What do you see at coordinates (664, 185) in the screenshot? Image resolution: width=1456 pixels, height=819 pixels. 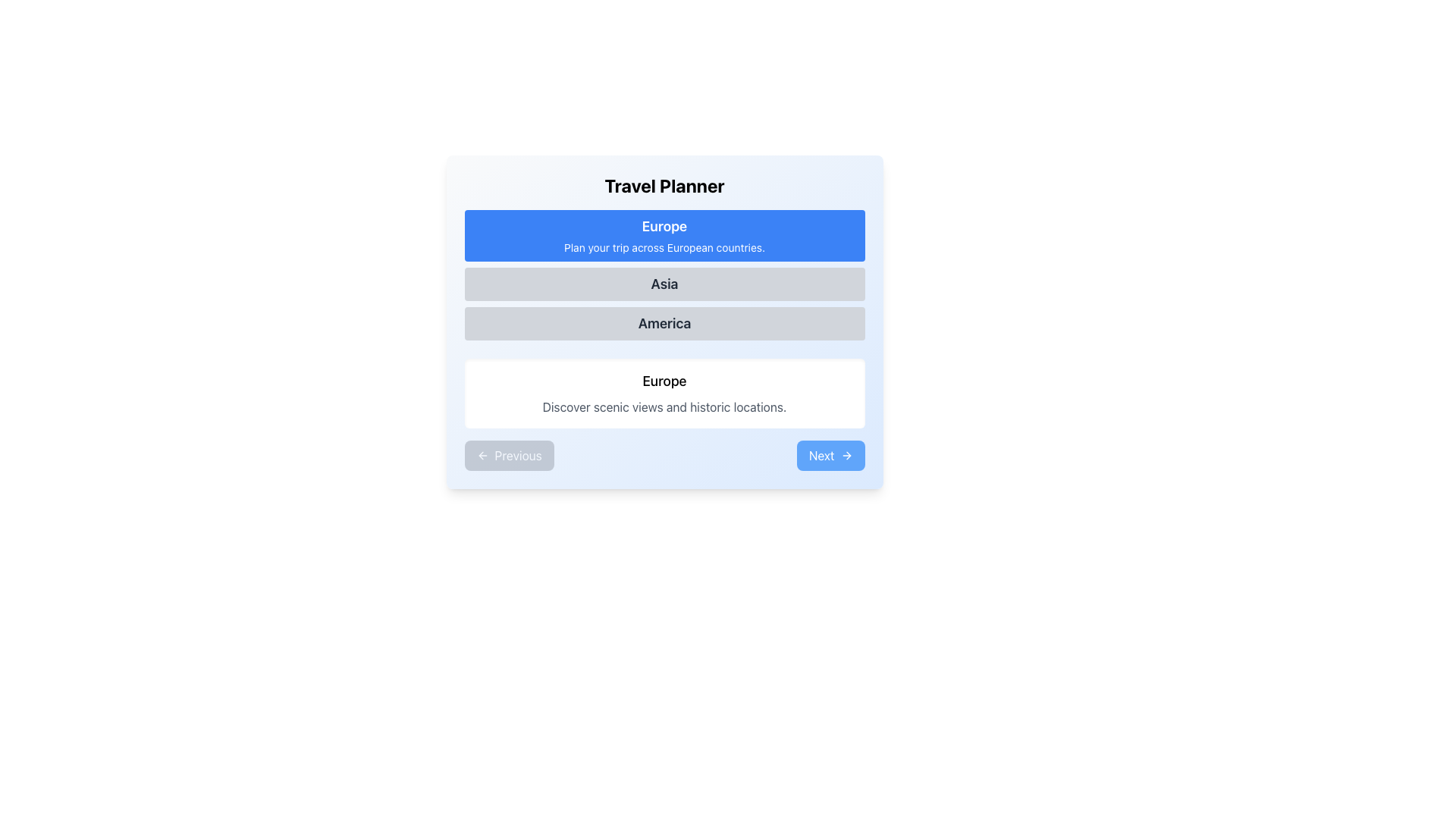 I see `the main Heading text element for the 'Travel Planner' section, which serves as the title and directs user attention` at bounding box center [664, 185].